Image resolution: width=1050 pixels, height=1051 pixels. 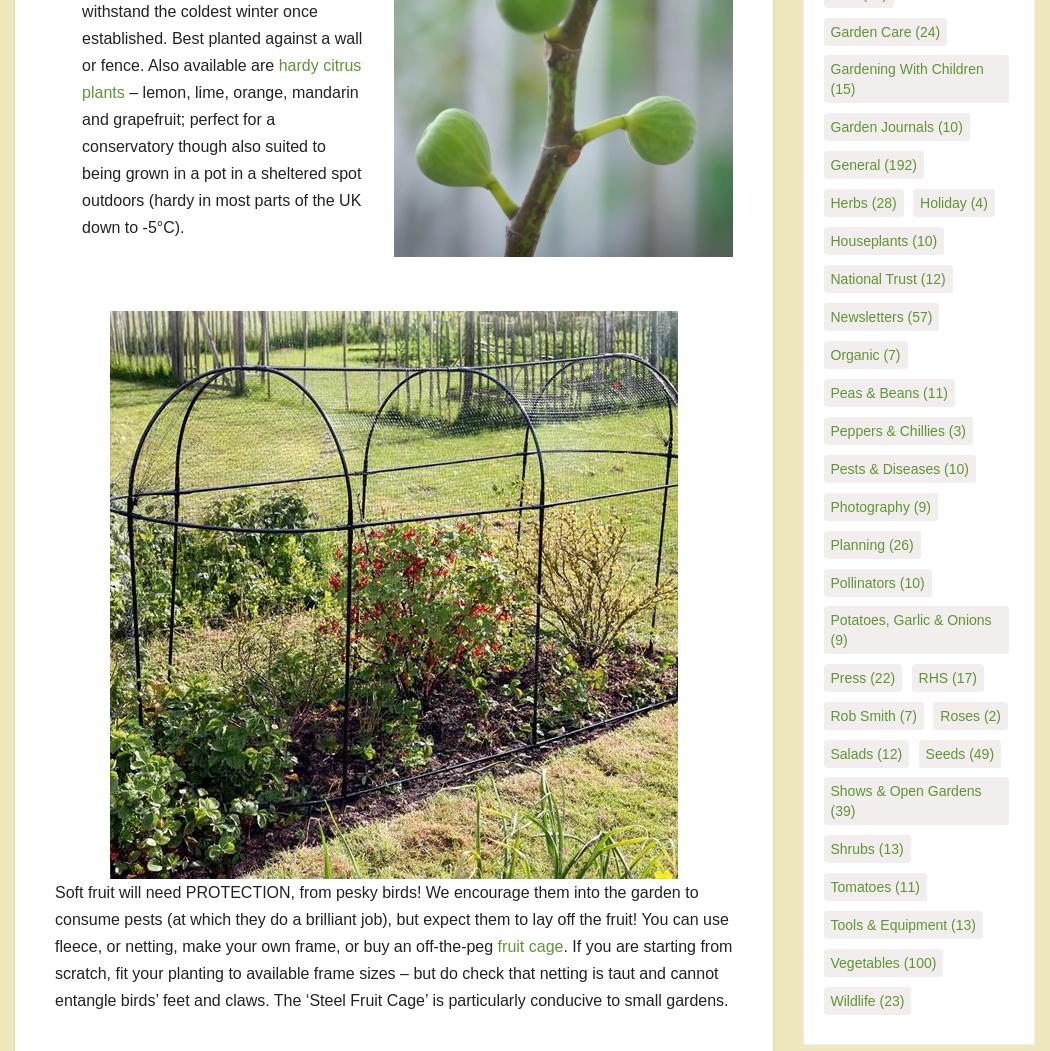 I want to click on '(22)', so click(x=879, y=678).